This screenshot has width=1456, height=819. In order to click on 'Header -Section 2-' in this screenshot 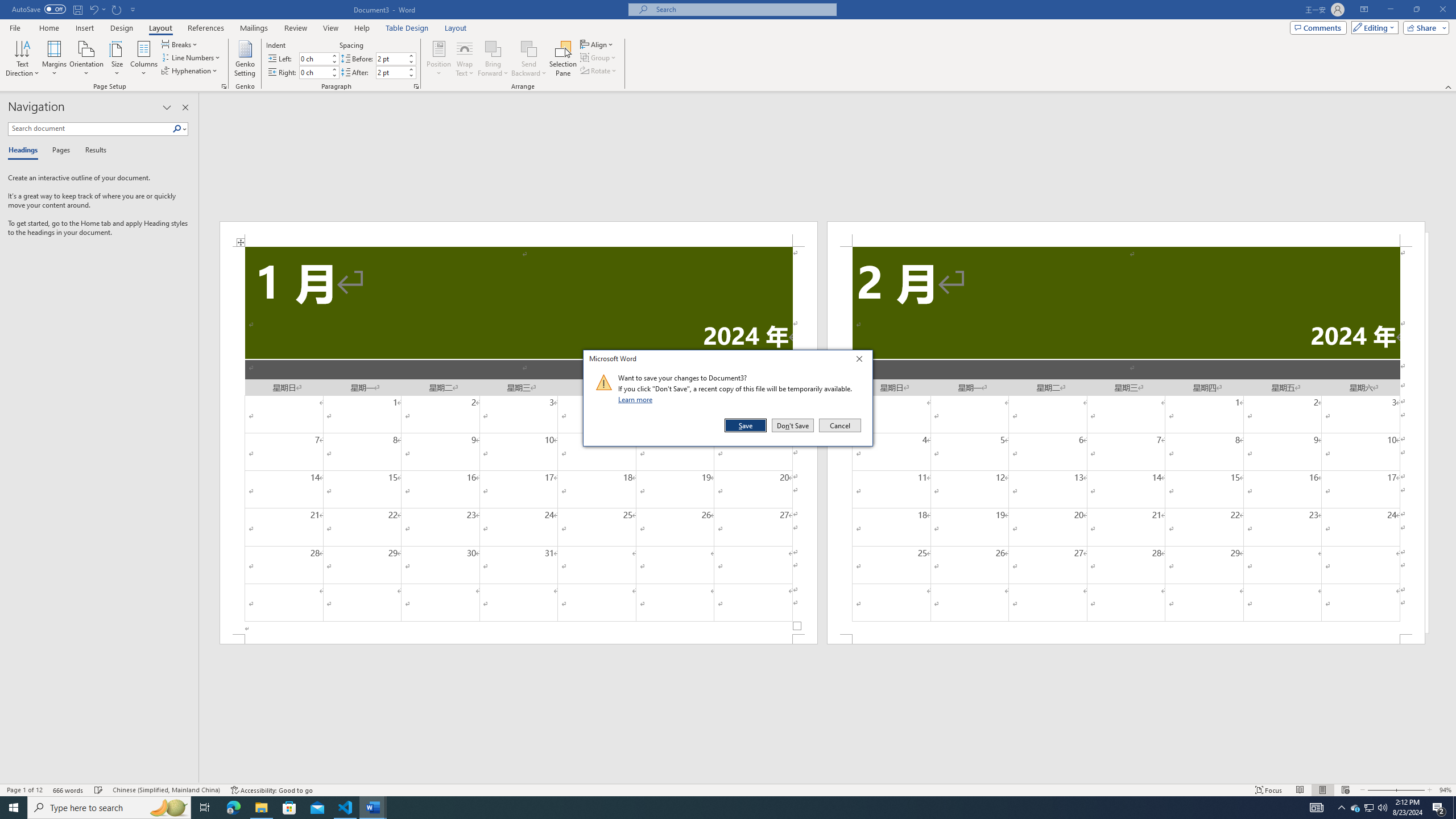, I will do `click(1126, 233)`.